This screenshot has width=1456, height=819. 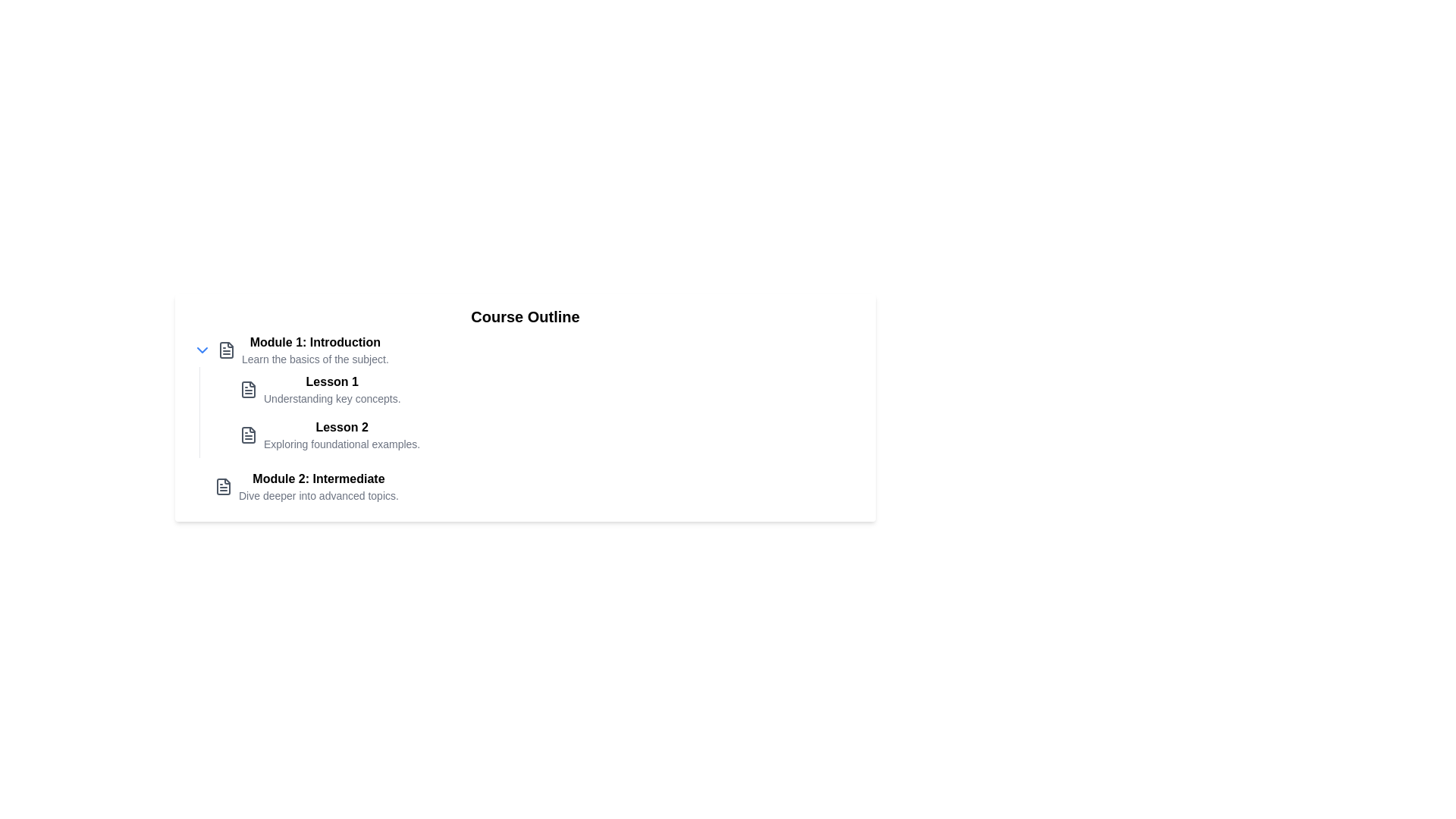 What do you see at coordinates (341, 435) in the screenshot?
I see `the text display for Lesson 2 in the course outline` at bounding box center [341, 435].